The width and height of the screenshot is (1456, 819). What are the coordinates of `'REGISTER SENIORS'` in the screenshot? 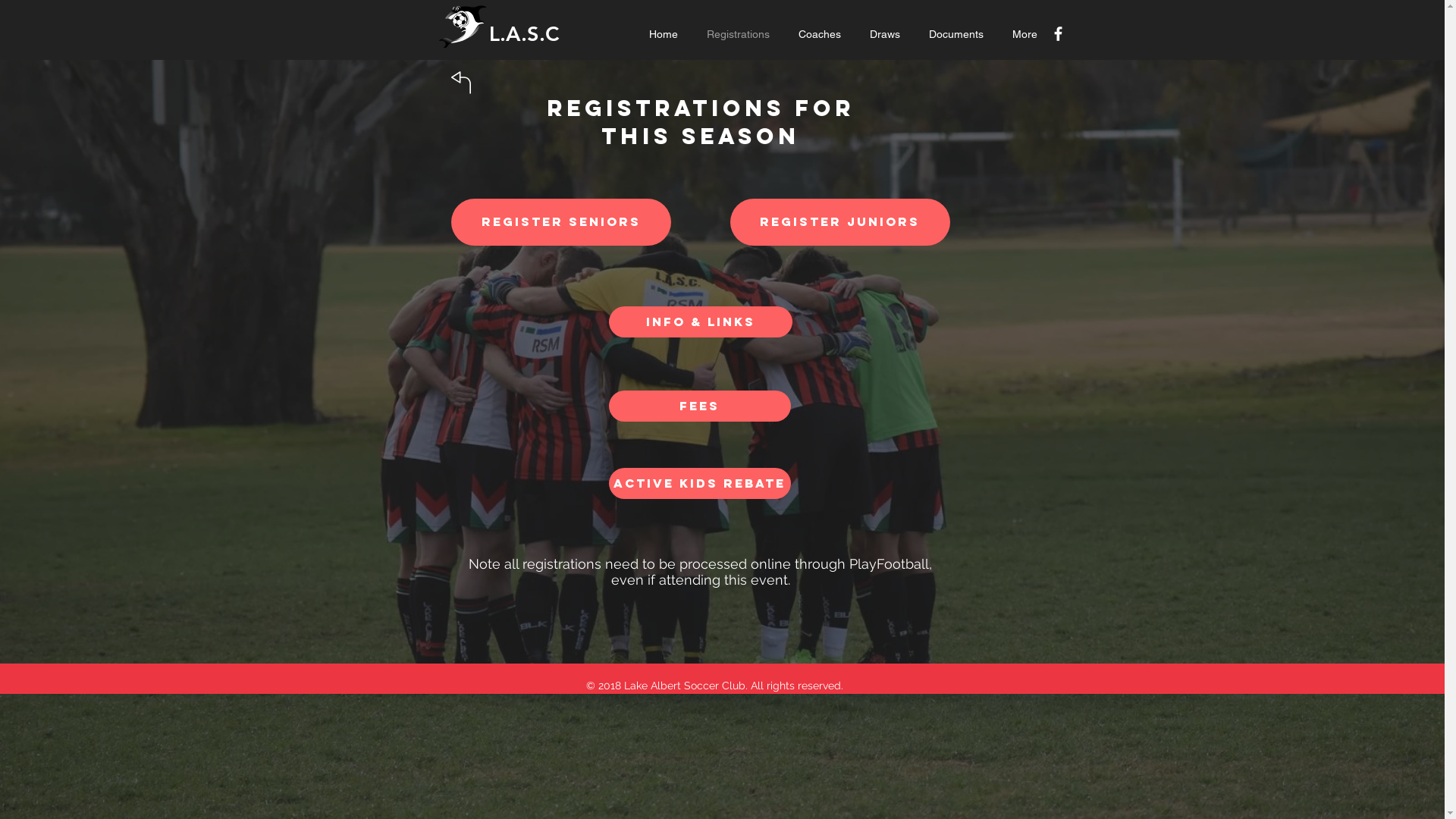 It's located at (560, 222).